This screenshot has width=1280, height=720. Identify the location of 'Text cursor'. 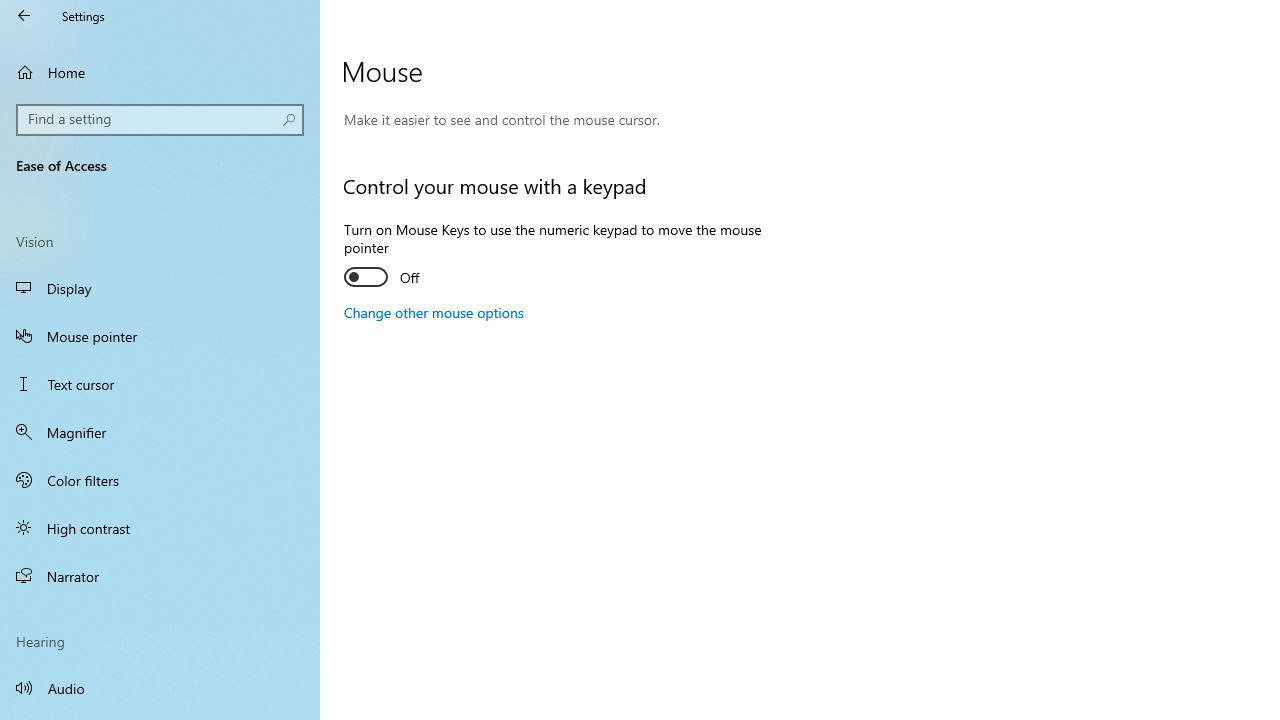
(160, 384).